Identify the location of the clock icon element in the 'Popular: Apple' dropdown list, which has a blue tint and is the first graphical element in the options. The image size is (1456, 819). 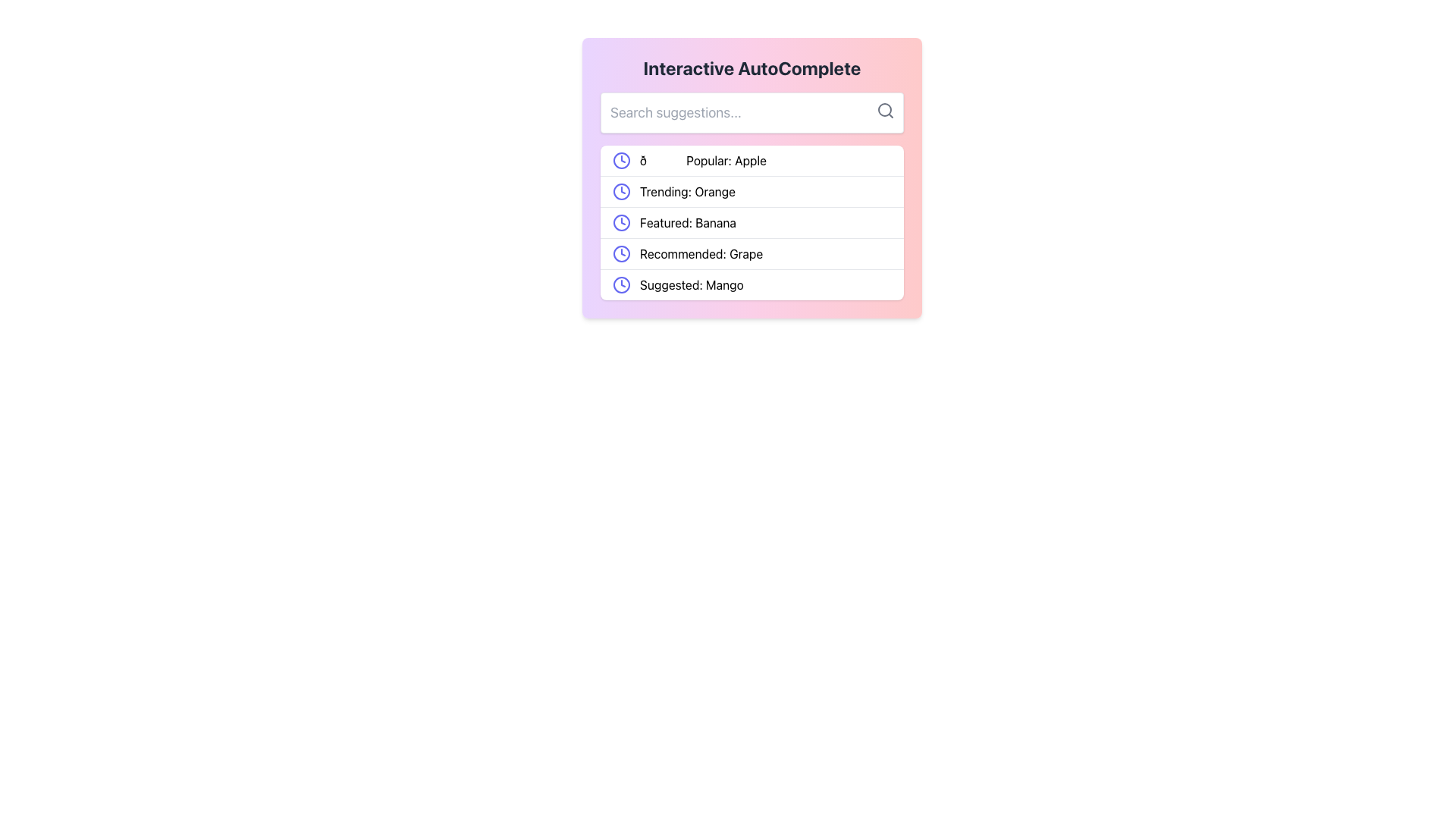
(622, 161).